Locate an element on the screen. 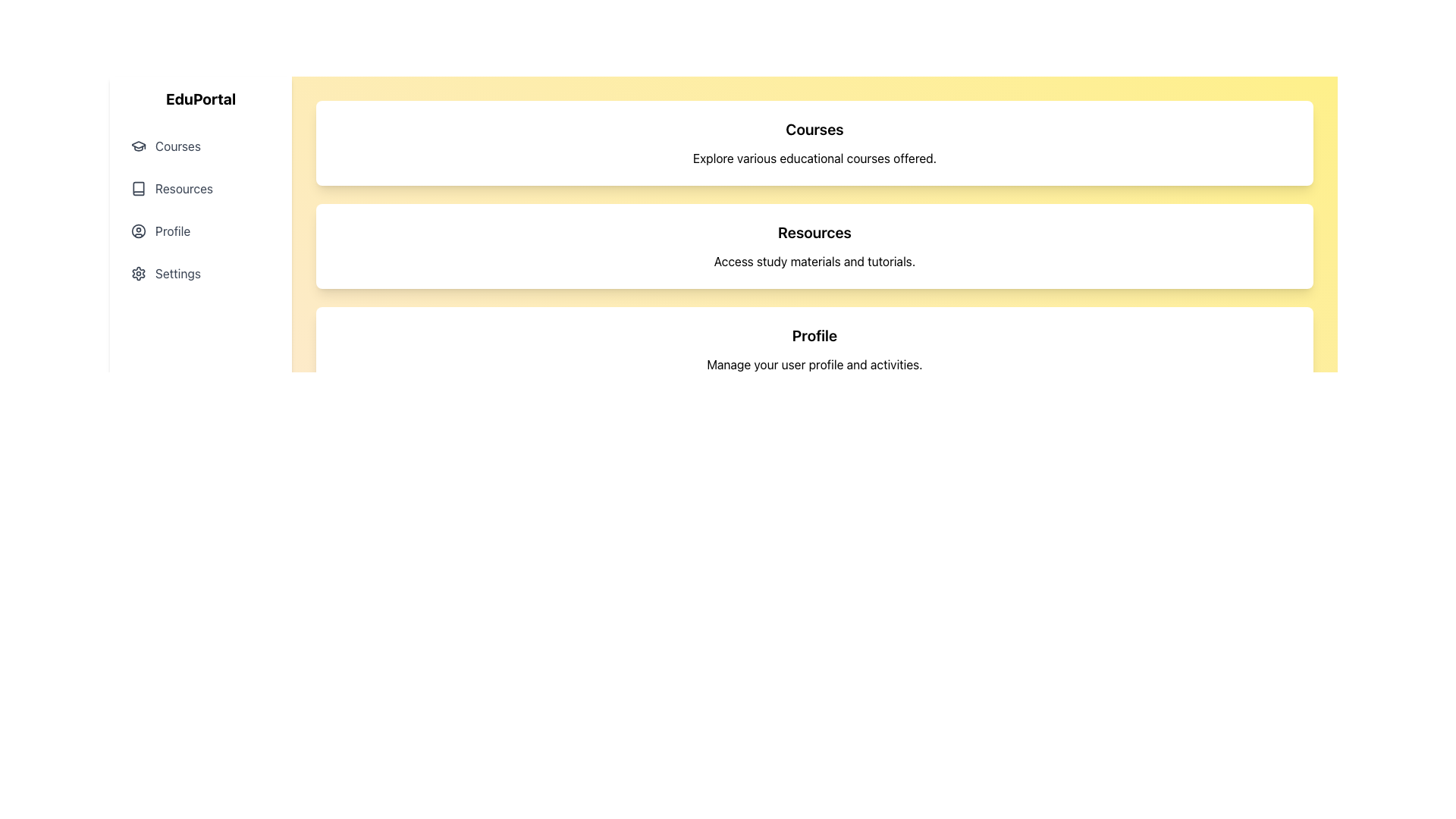  the Header text labeled 'Courses' which indicates the section's contents related to educational courses is located at coordinates (814, 128).